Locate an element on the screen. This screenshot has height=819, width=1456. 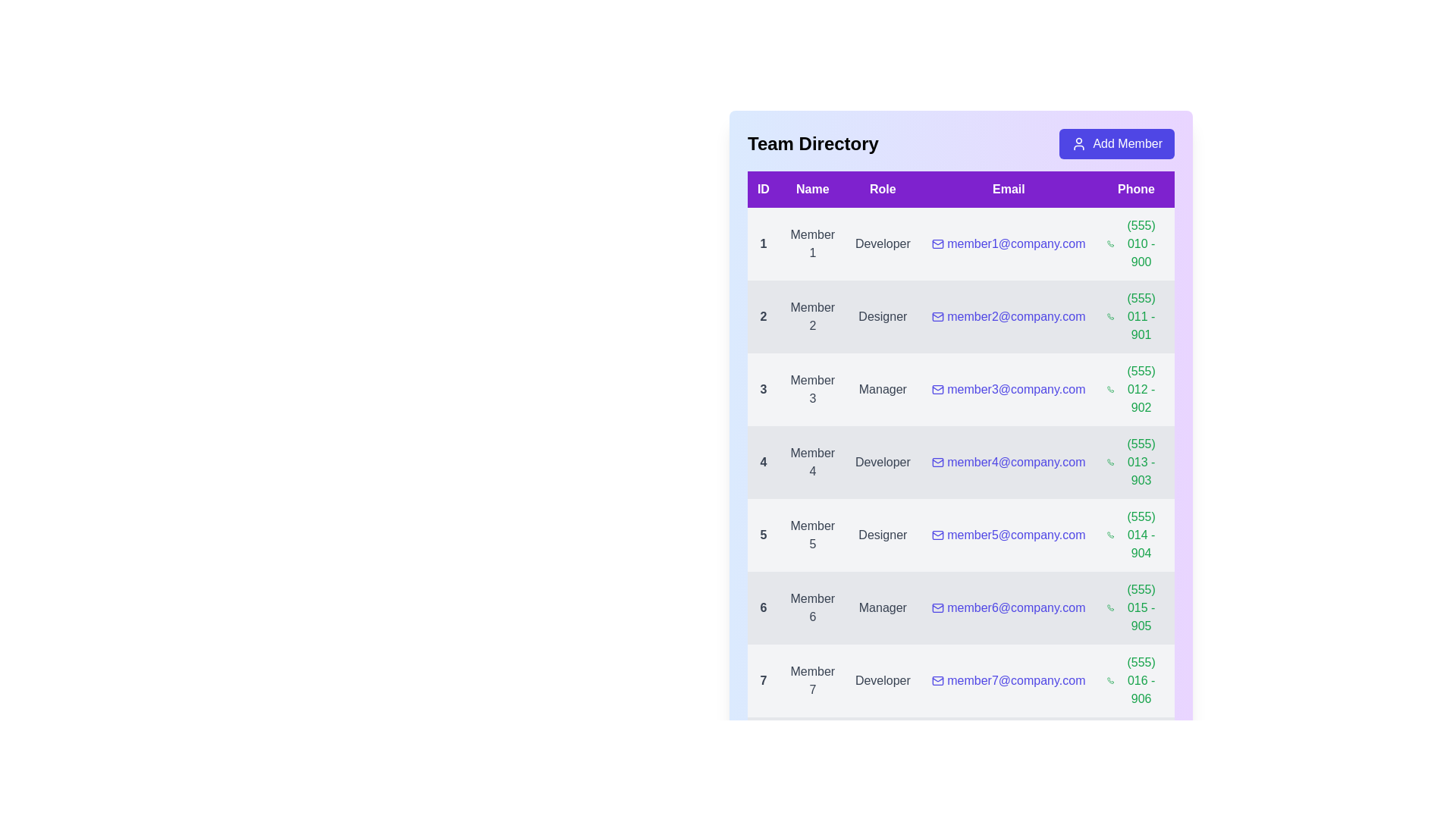
the phone number (555) 010 - 900 to initiate a call is located at coordinates (1136, 243).